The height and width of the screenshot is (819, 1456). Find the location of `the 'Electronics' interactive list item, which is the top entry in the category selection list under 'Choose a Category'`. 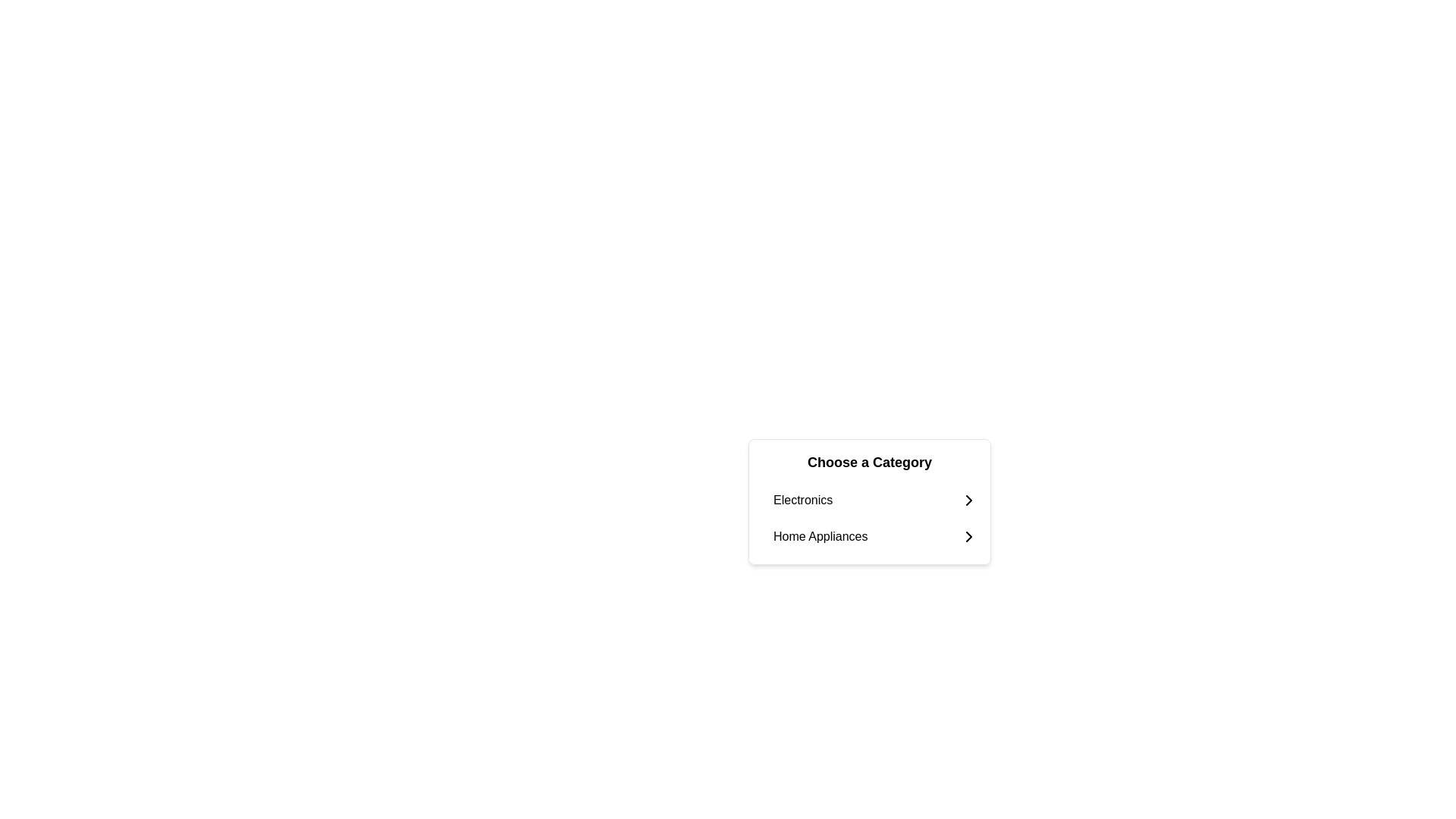

the 'Electronics' interactive list item, which is the top entry in the category selection list under 'Choose a Category' is located at coordinates (876, 500).